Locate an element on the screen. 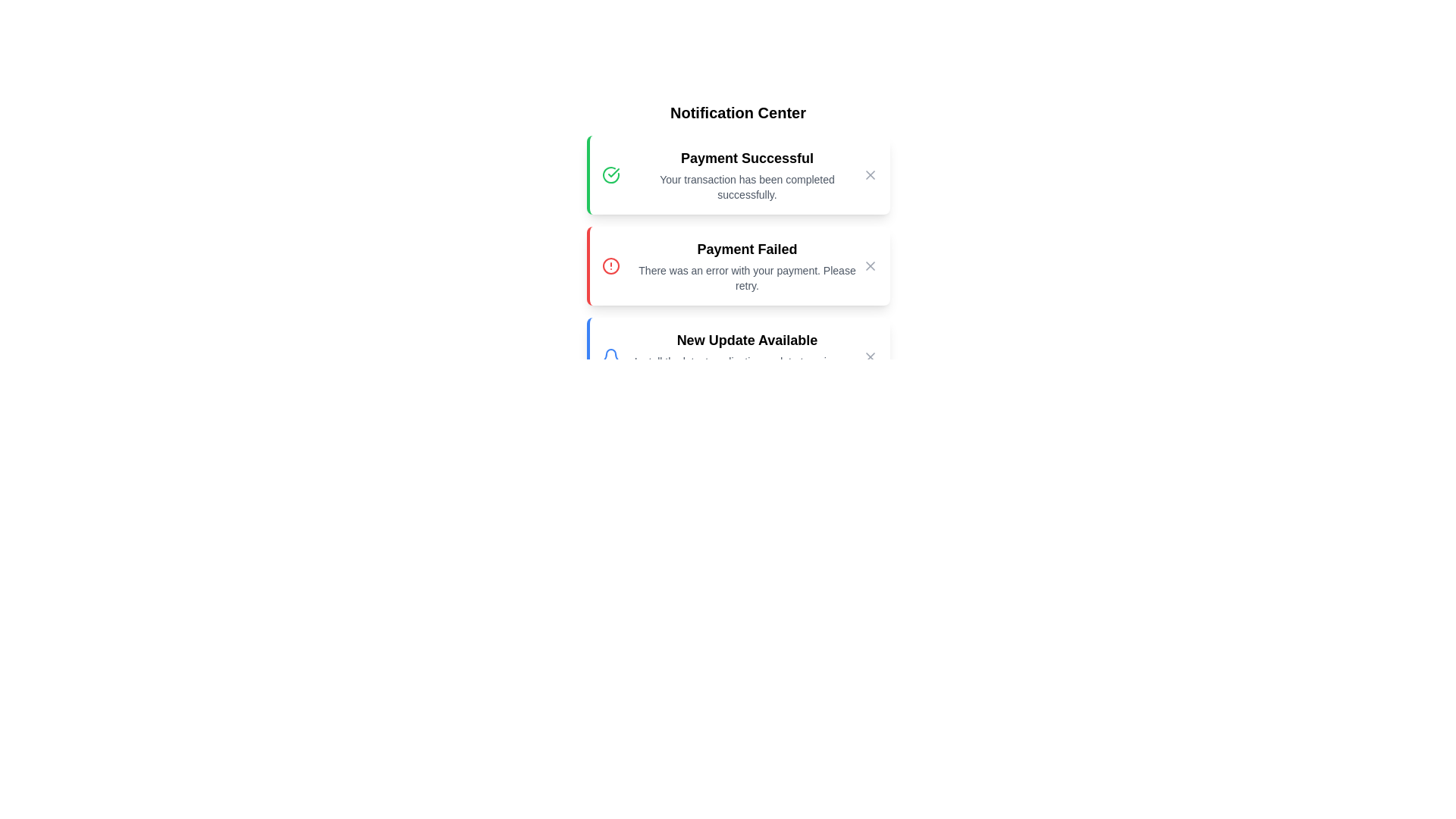 The image size is (1456, 819). the 'Payment Successful' alert box to observe the hover effect is located at coordinates (738, 174).